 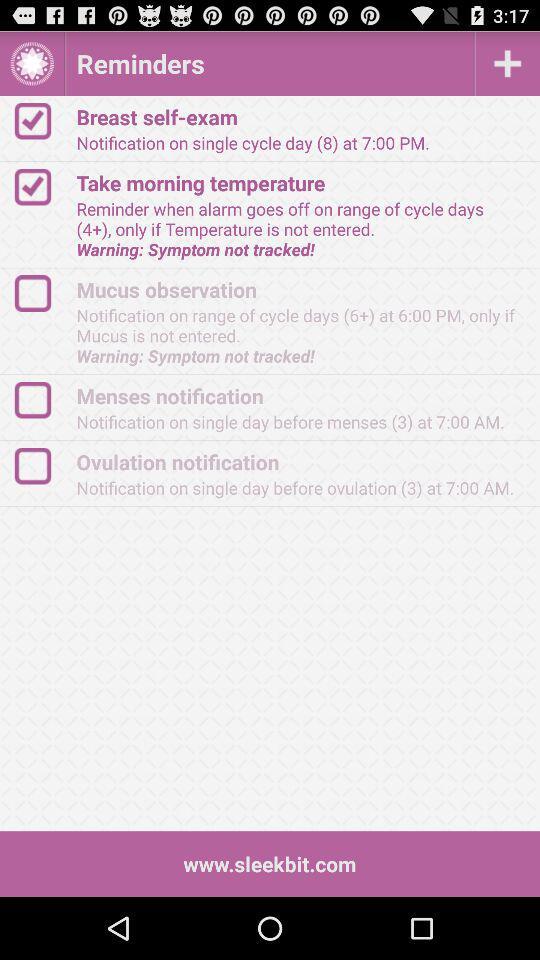 I want to click on reminder, so click(x=507, y=63).